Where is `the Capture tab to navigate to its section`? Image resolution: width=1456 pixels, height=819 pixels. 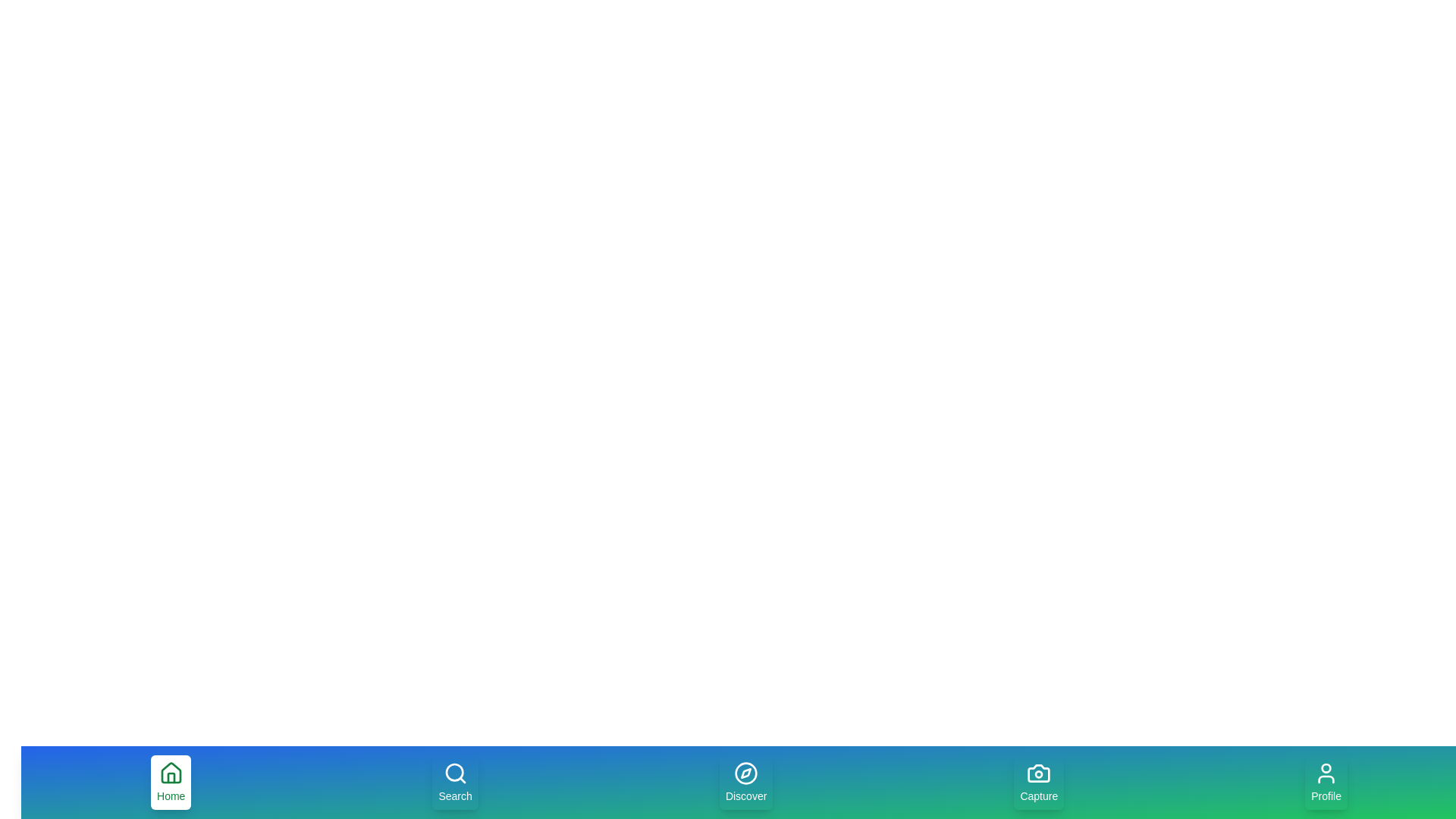 the Capture tab to navigate to its section is located at coordinates (1037, 783).